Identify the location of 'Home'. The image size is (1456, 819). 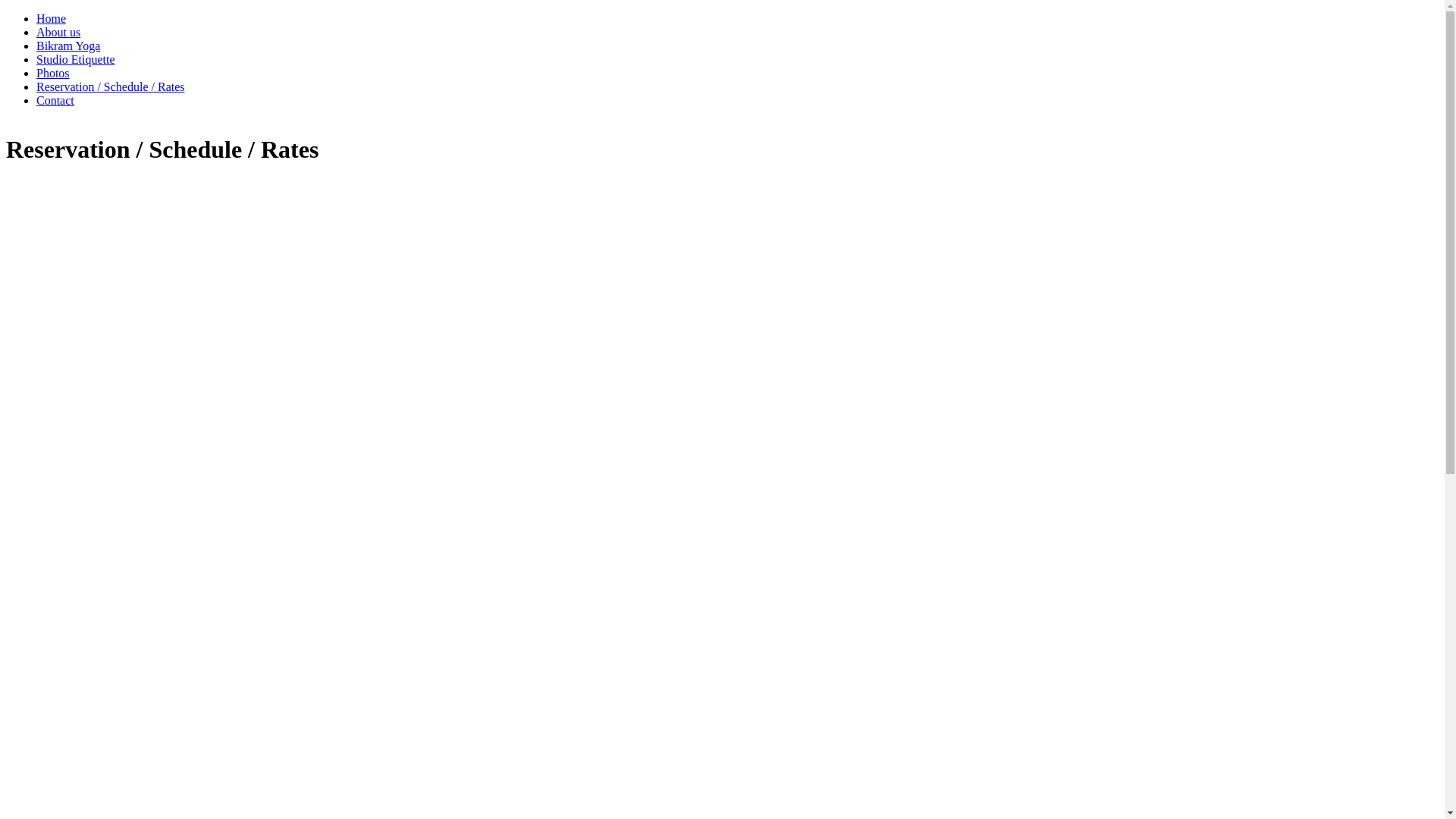
(51, 18).